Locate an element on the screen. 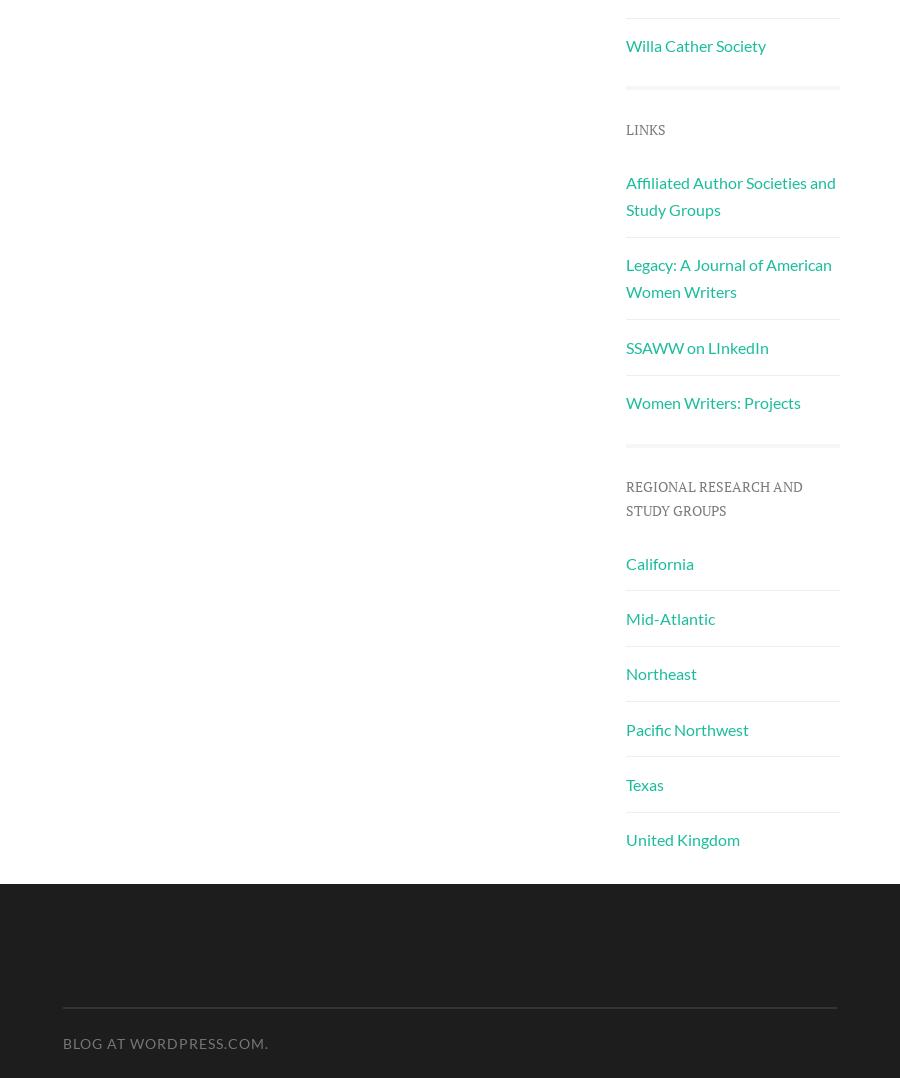 This screenshot has width=900, height=1078. 'California' is located at coordinates (624, 561).